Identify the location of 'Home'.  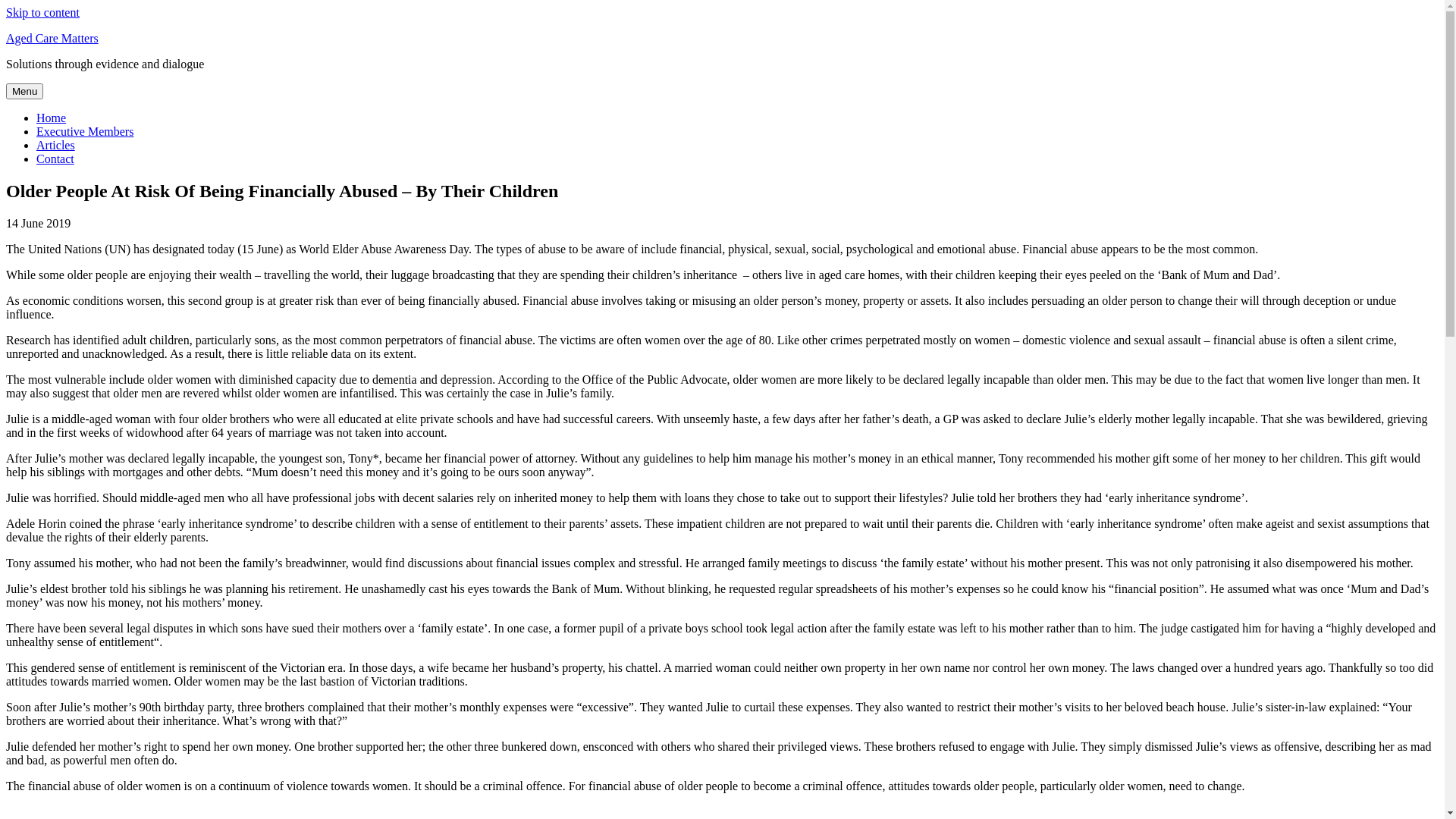
(36, 117).